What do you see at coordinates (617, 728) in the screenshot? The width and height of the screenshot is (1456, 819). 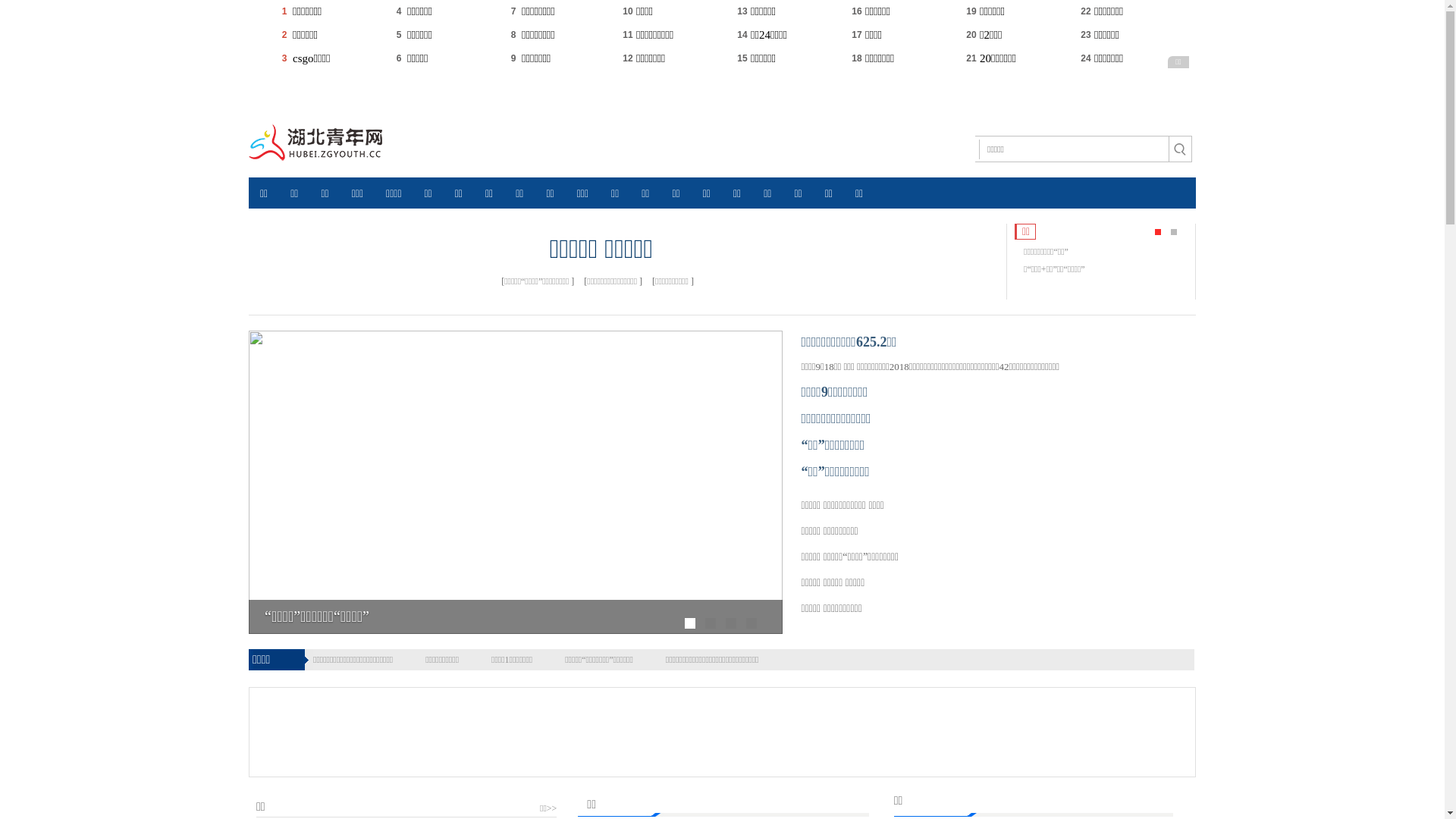 I see `'Advertisement'` at bounding box center [617, 728].